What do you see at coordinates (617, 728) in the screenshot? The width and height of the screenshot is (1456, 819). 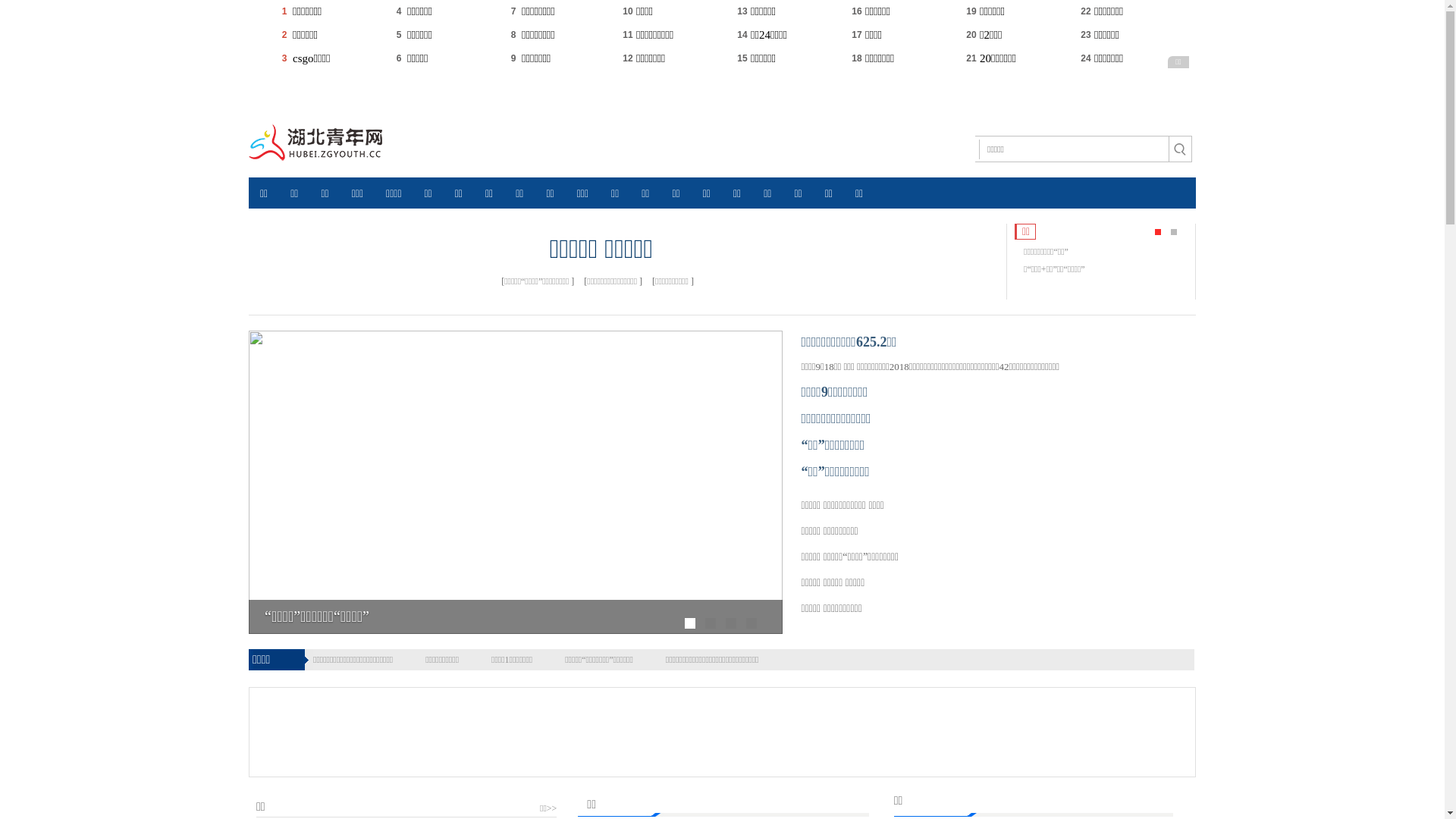 I see `'Advertisement'` at bounding box center [617, 728].